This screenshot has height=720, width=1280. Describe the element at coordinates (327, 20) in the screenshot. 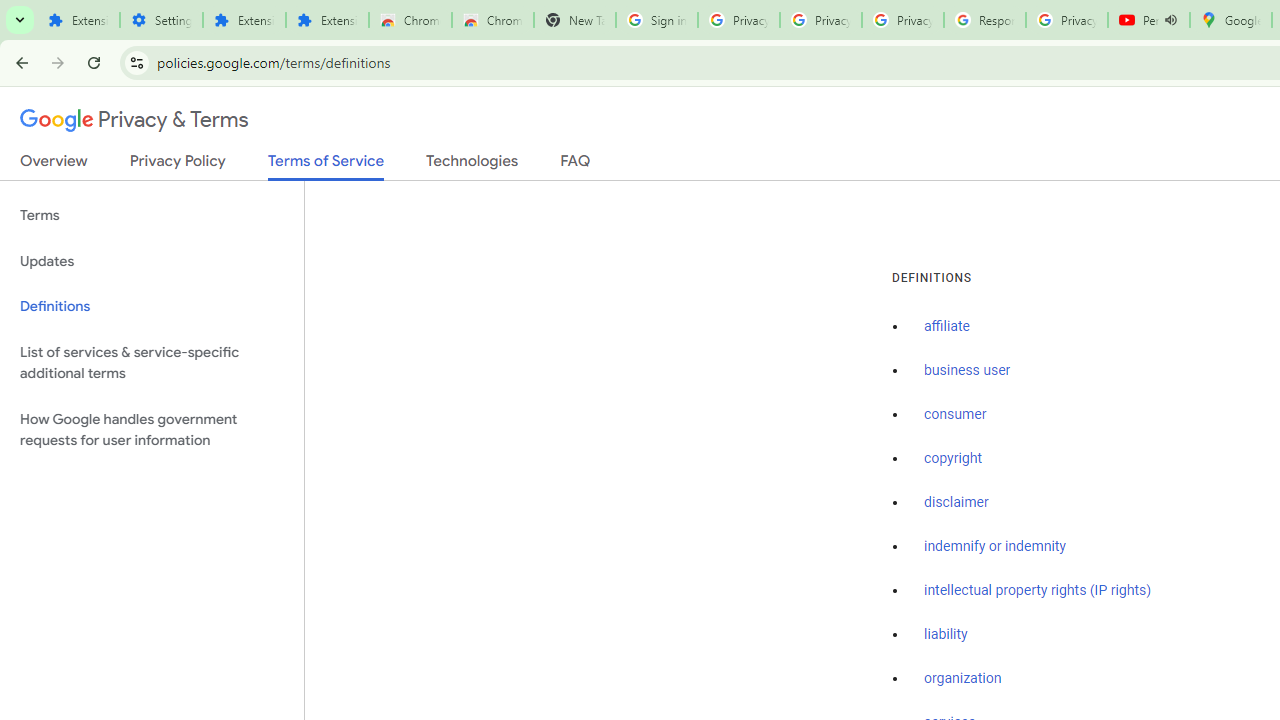

I see `'Extensions'` at that location.